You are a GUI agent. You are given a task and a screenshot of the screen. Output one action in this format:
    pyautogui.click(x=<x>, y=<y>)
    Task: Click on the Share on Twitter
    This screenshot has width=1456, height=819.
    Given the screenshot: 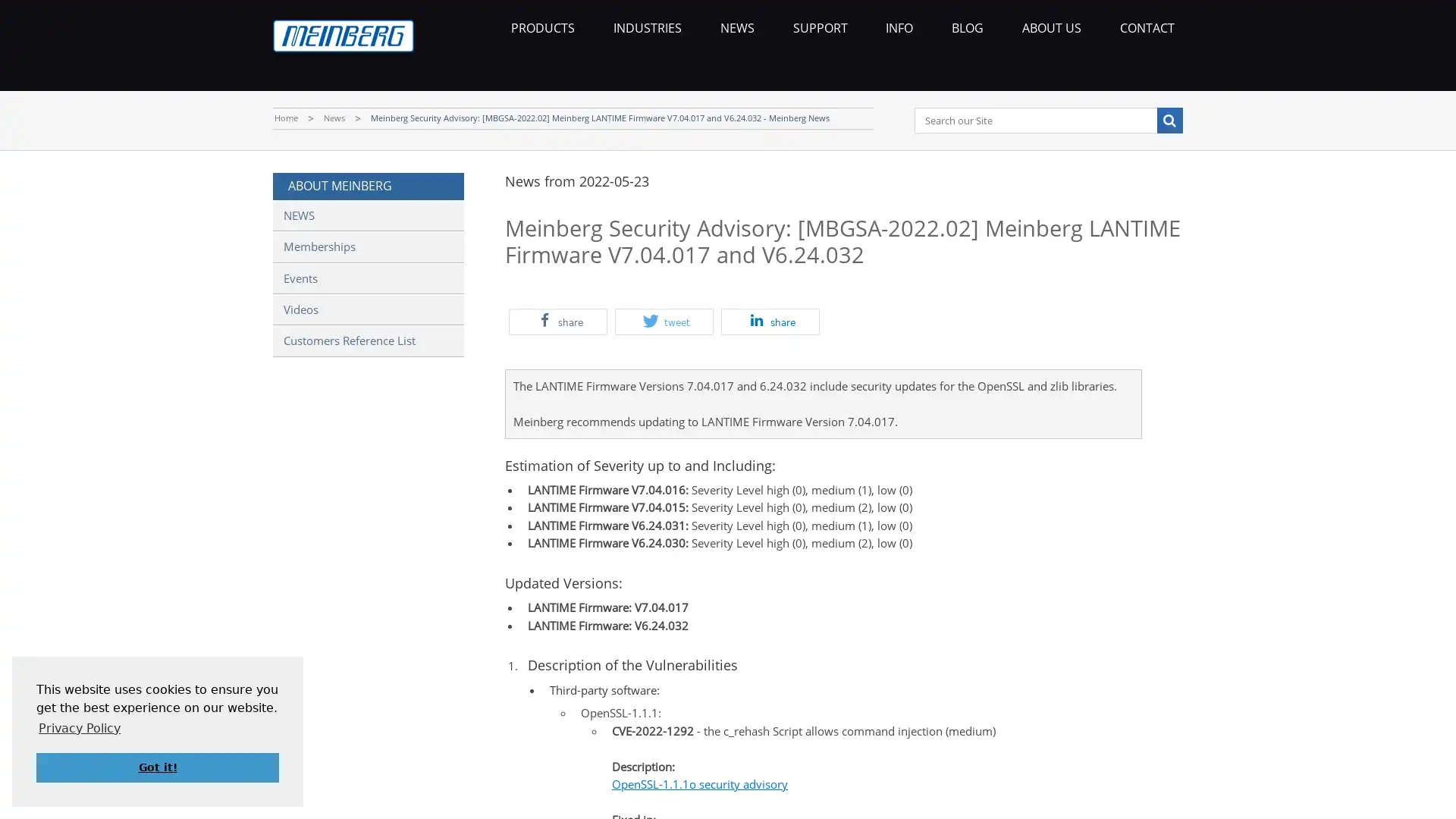 What is the action you would take?
    pyautogui.click(x=664, y=321)
    